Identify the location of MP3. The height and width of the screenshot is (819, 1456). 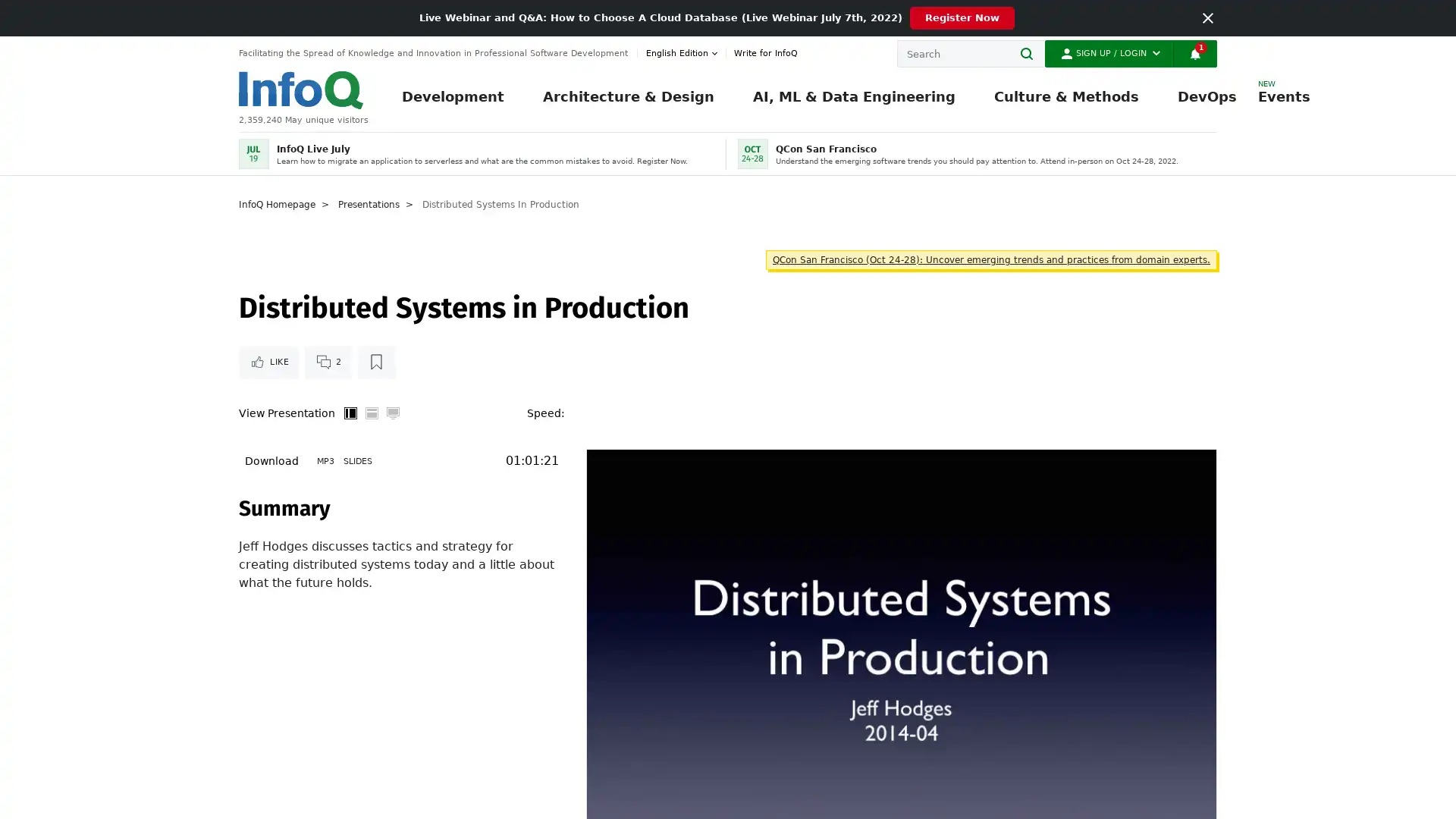
(325, 472).